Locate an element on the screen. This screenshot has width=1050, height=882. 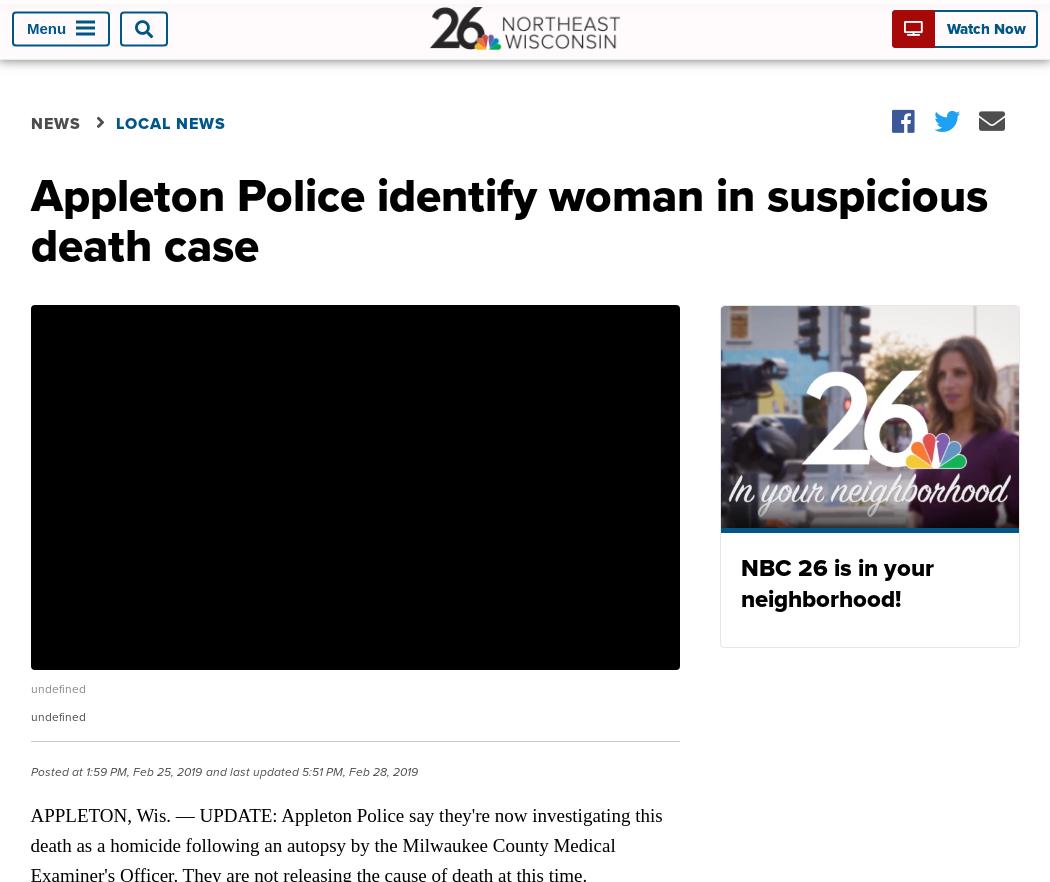
'Local News' is located at coordinates (169, 121).